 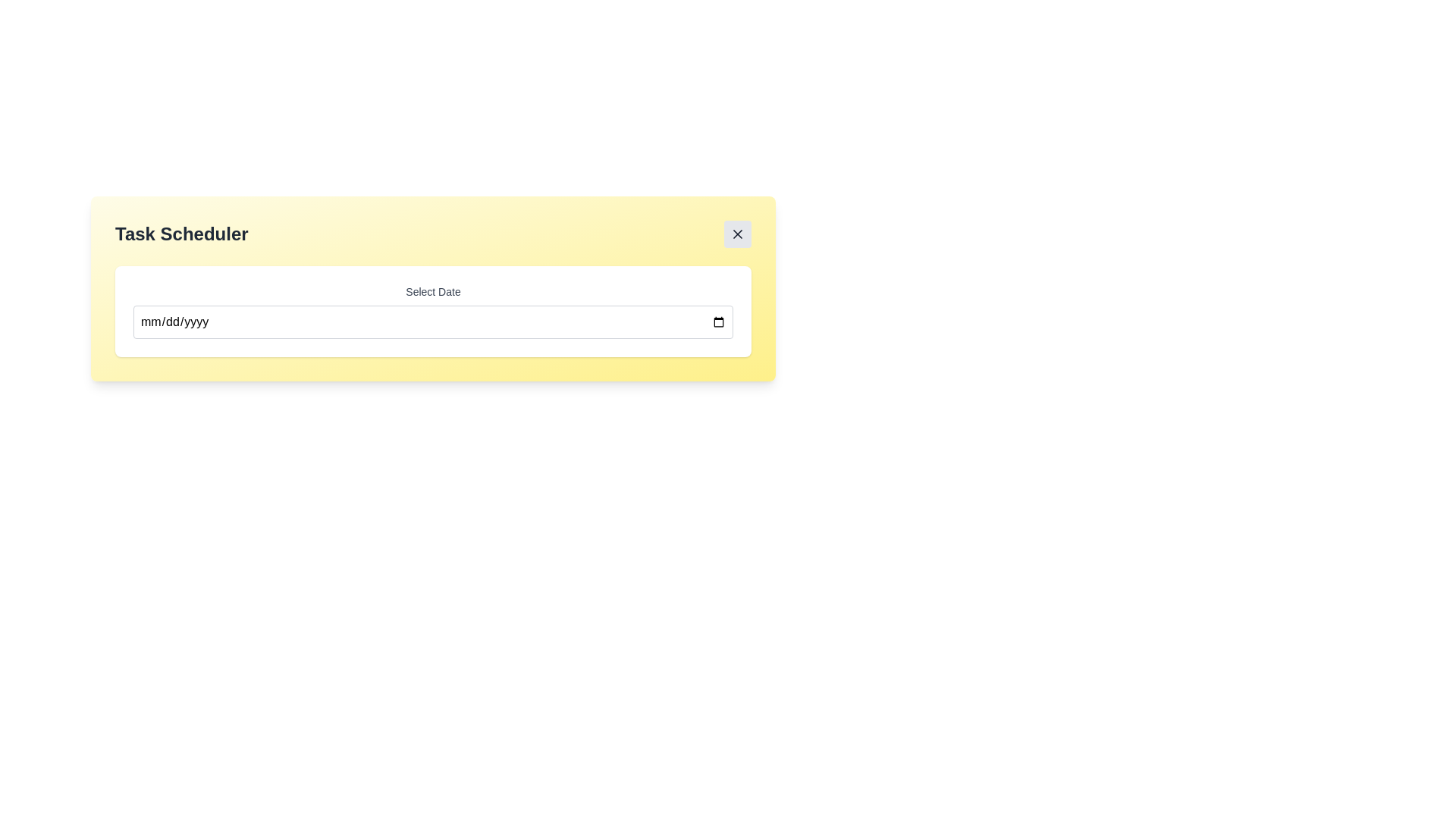 What do you see at coordinates (738, 234) in the screenshot?
I see `the 'X' icon close button located in the top-right corner of the yellow 'Task Scheduler' card to trigger its hover effect` at bounding box center [738, 234].